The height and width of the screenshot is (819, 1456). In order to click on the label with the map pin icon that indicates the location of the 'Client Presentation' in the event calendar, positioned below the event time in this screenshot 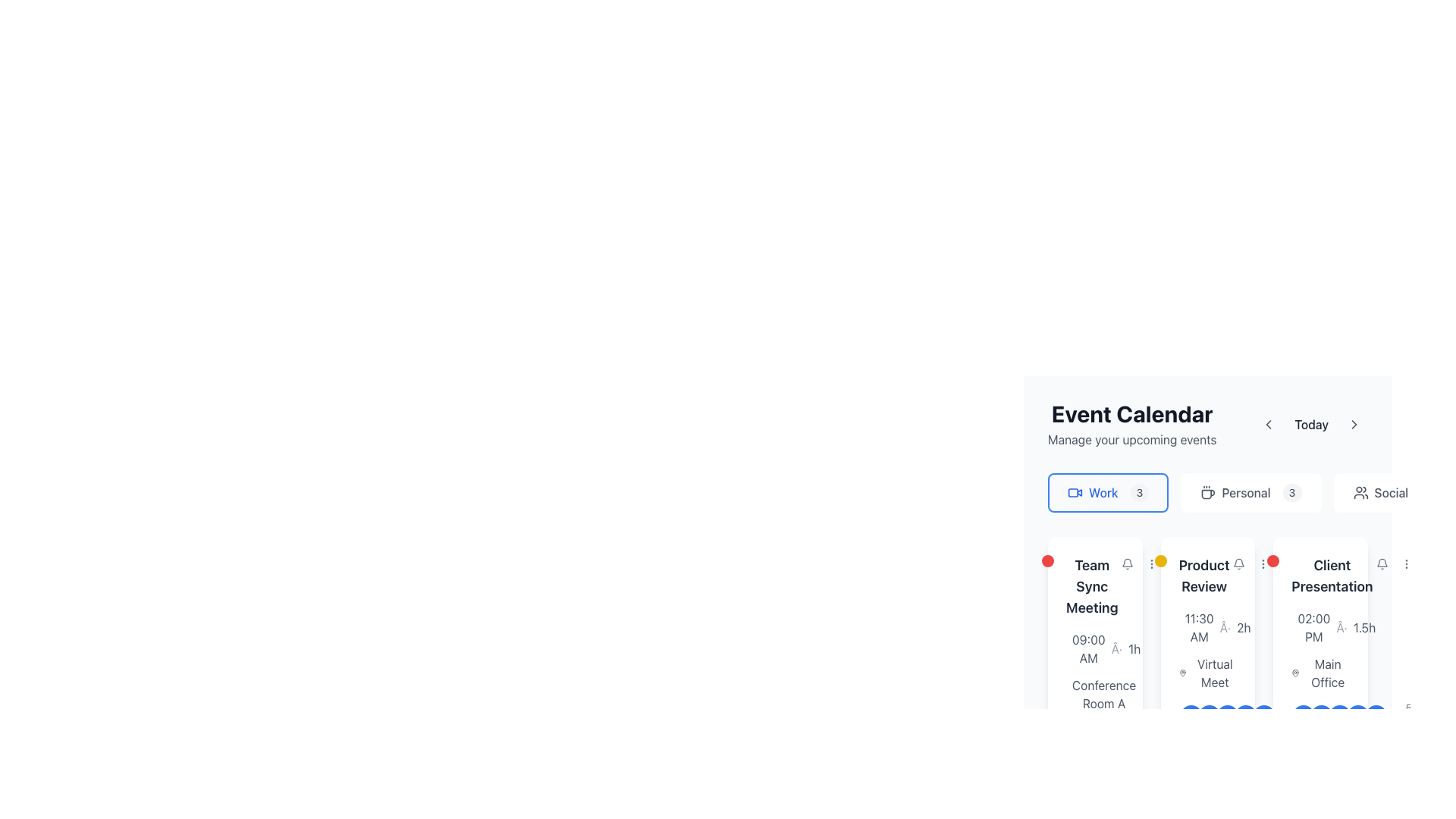, I will do `click(1319, 672)`.